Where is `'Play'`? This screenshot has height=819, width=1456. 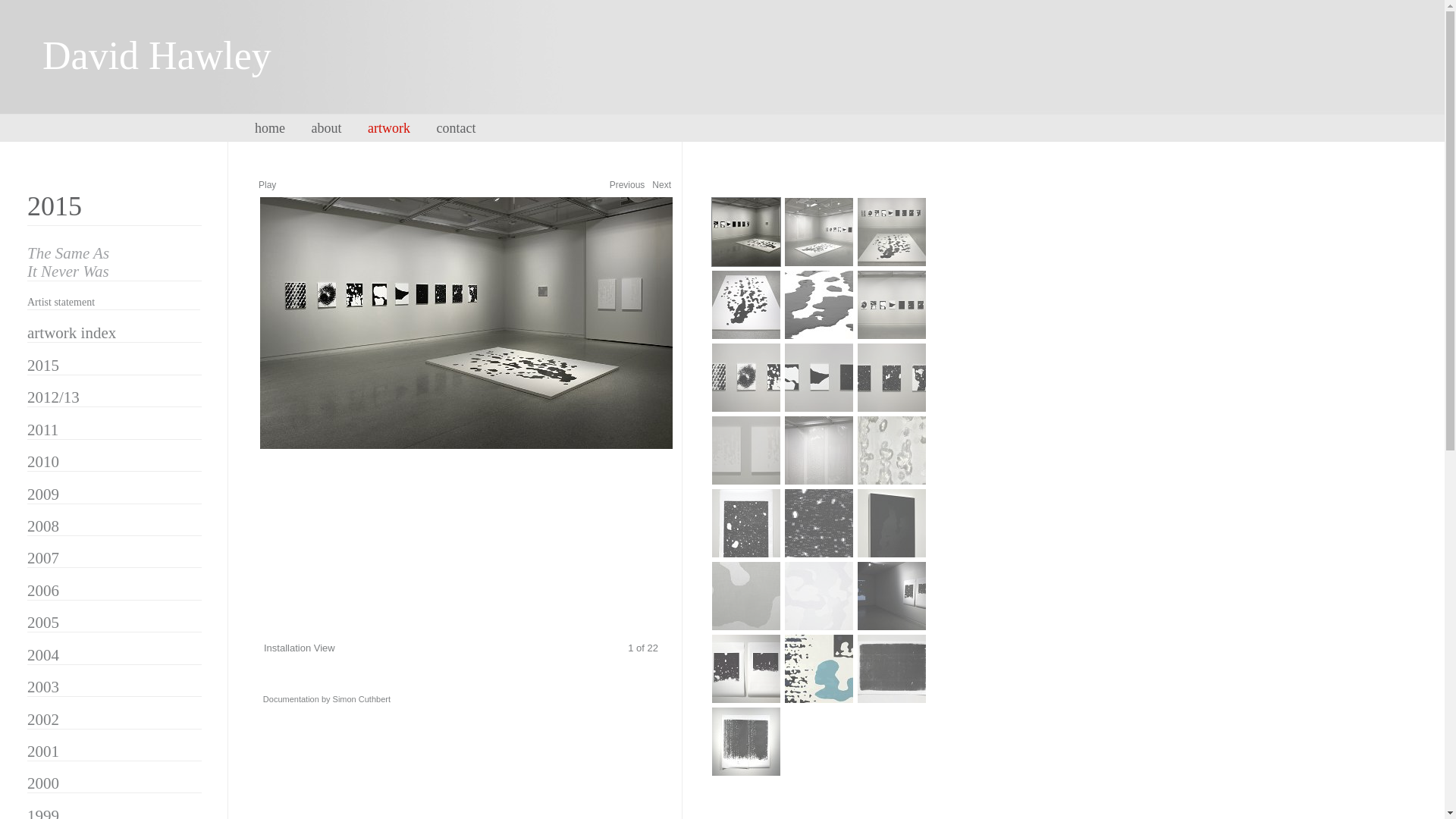 'Play' is located at coordinates (267, 184).